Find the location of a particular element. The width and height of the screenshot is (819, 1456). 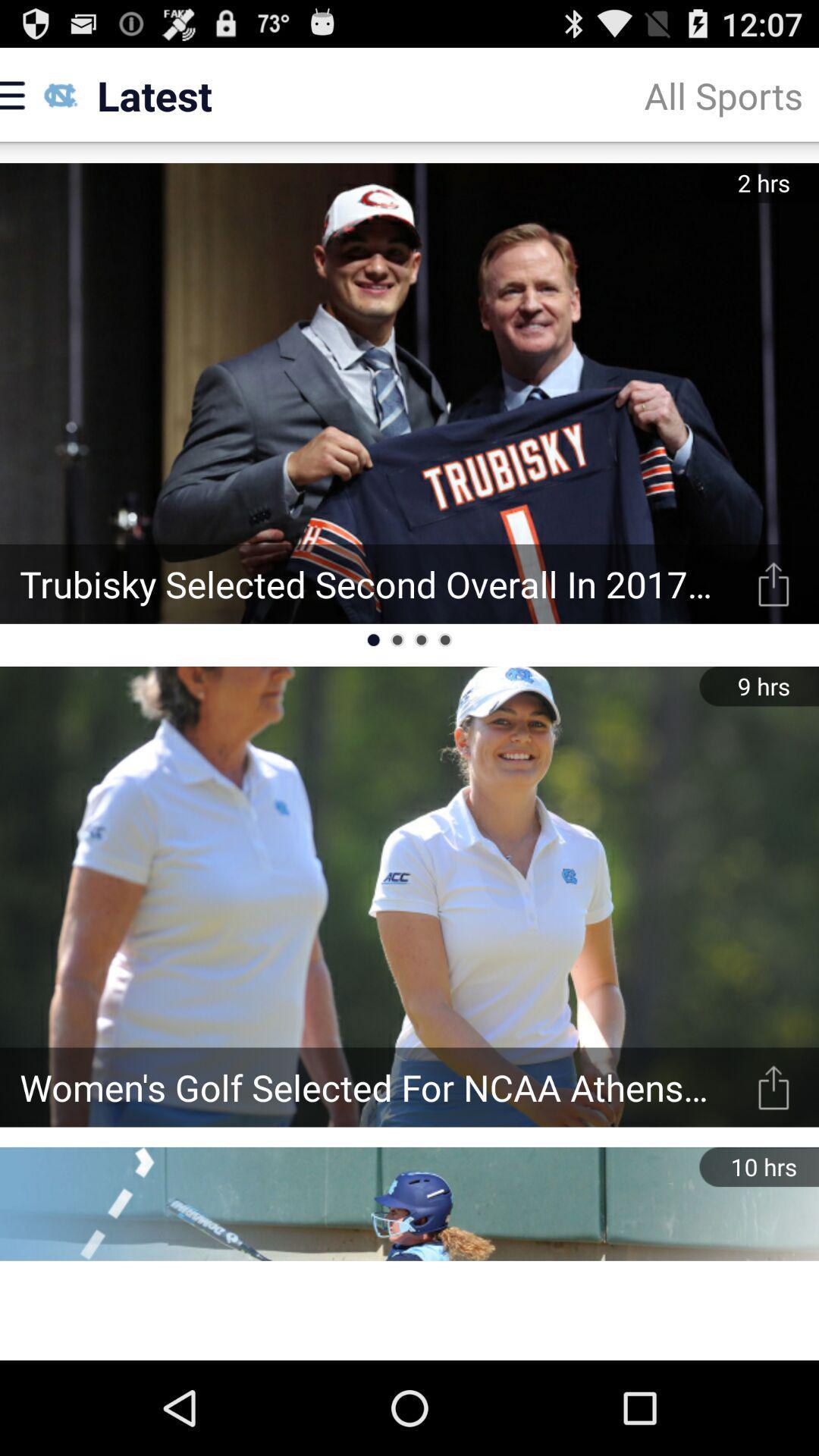

the app next to latest item is located at coordinates (723, 94).